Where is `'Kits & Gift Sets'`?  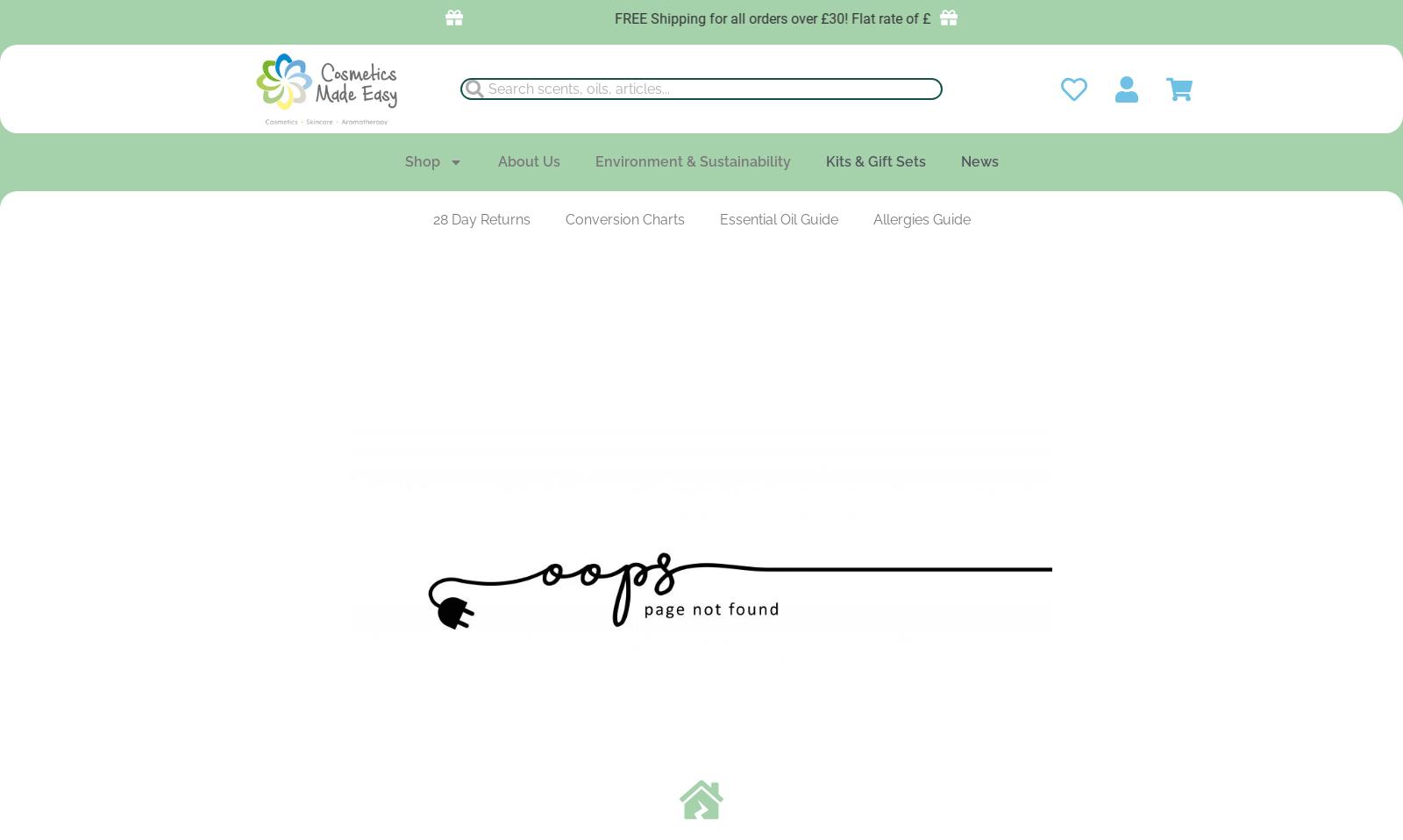
'Kits & Gift Sets' is located at coordinates (874, 160).